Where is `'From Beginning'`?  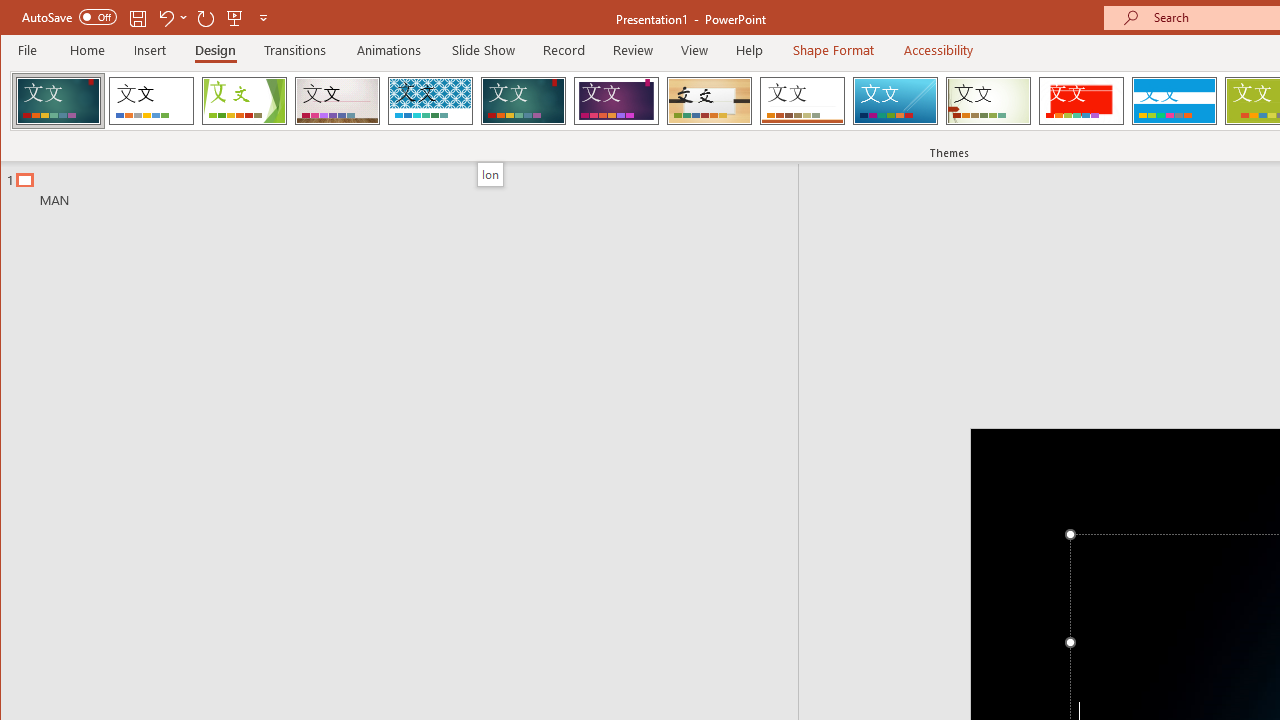 'From Beginning' is located at coordinates (235, 17).